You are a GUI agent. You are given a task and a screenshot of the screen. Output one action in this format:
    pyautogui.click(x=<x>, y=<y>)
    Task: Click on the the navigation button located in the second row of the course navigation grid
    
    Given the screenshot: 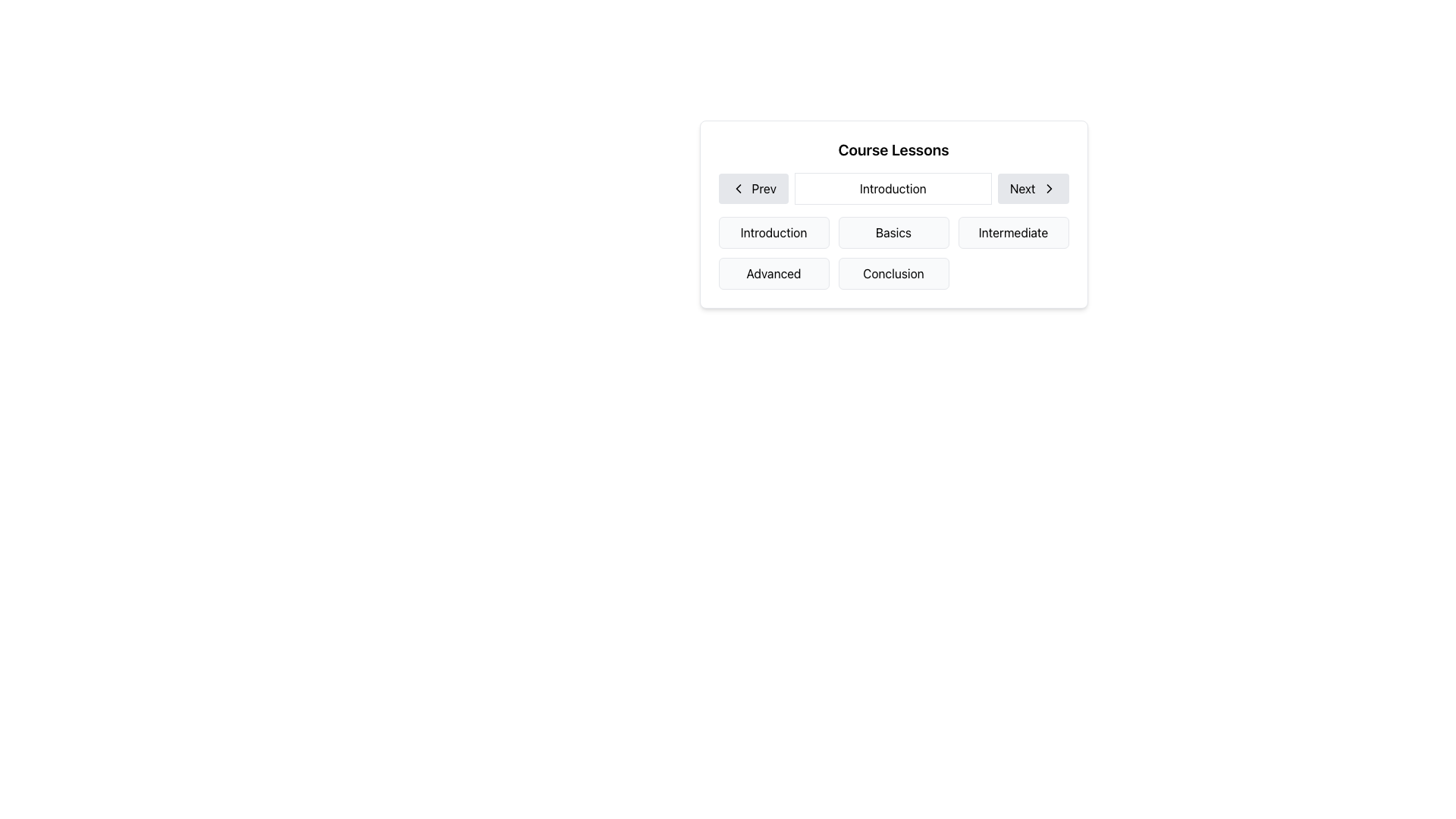 What is the action you would take?
    pyautogui.click(x=893, y=214)
    